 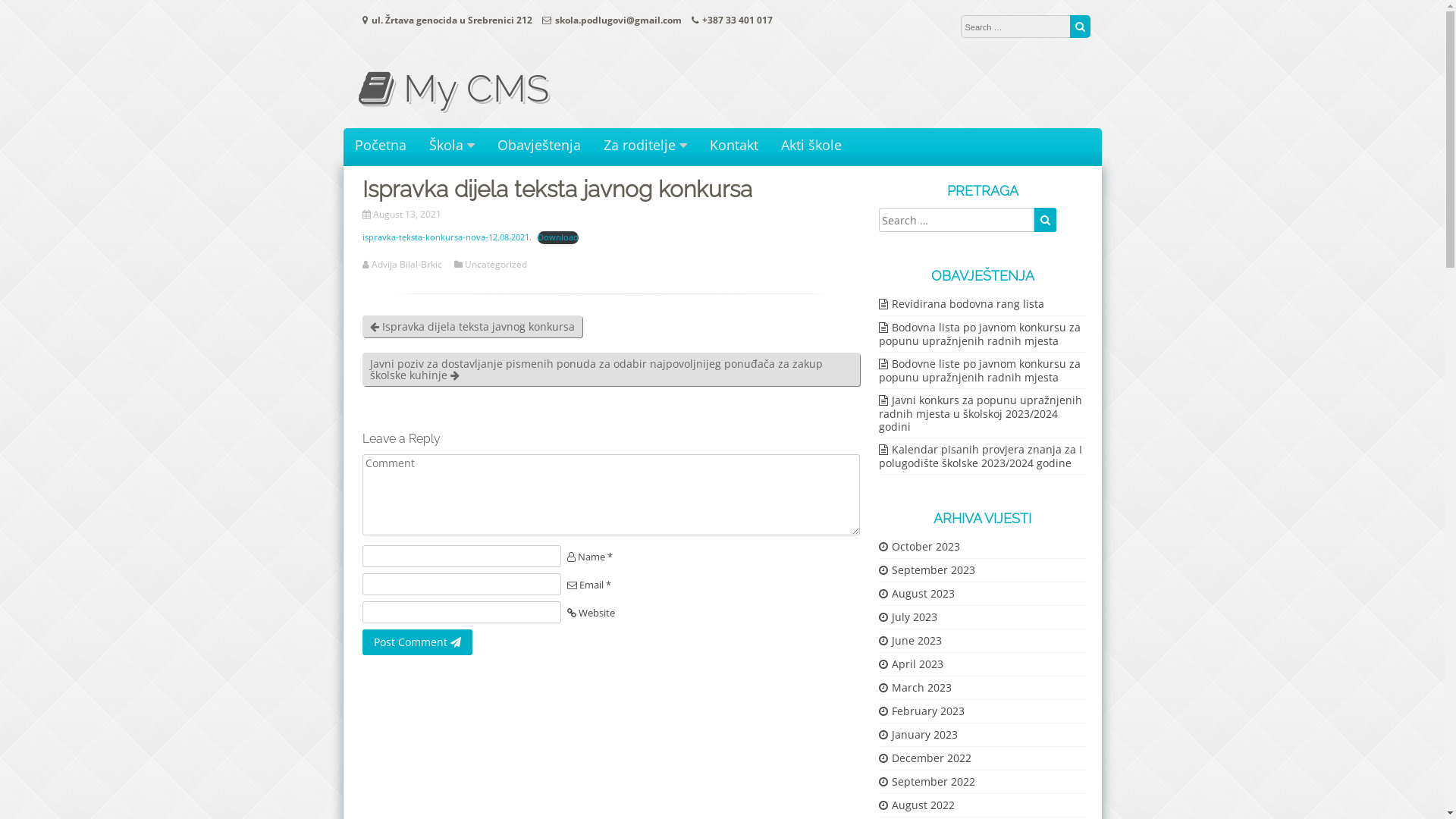 I want to click on 'Post Comment', so click(x=417, y=642).